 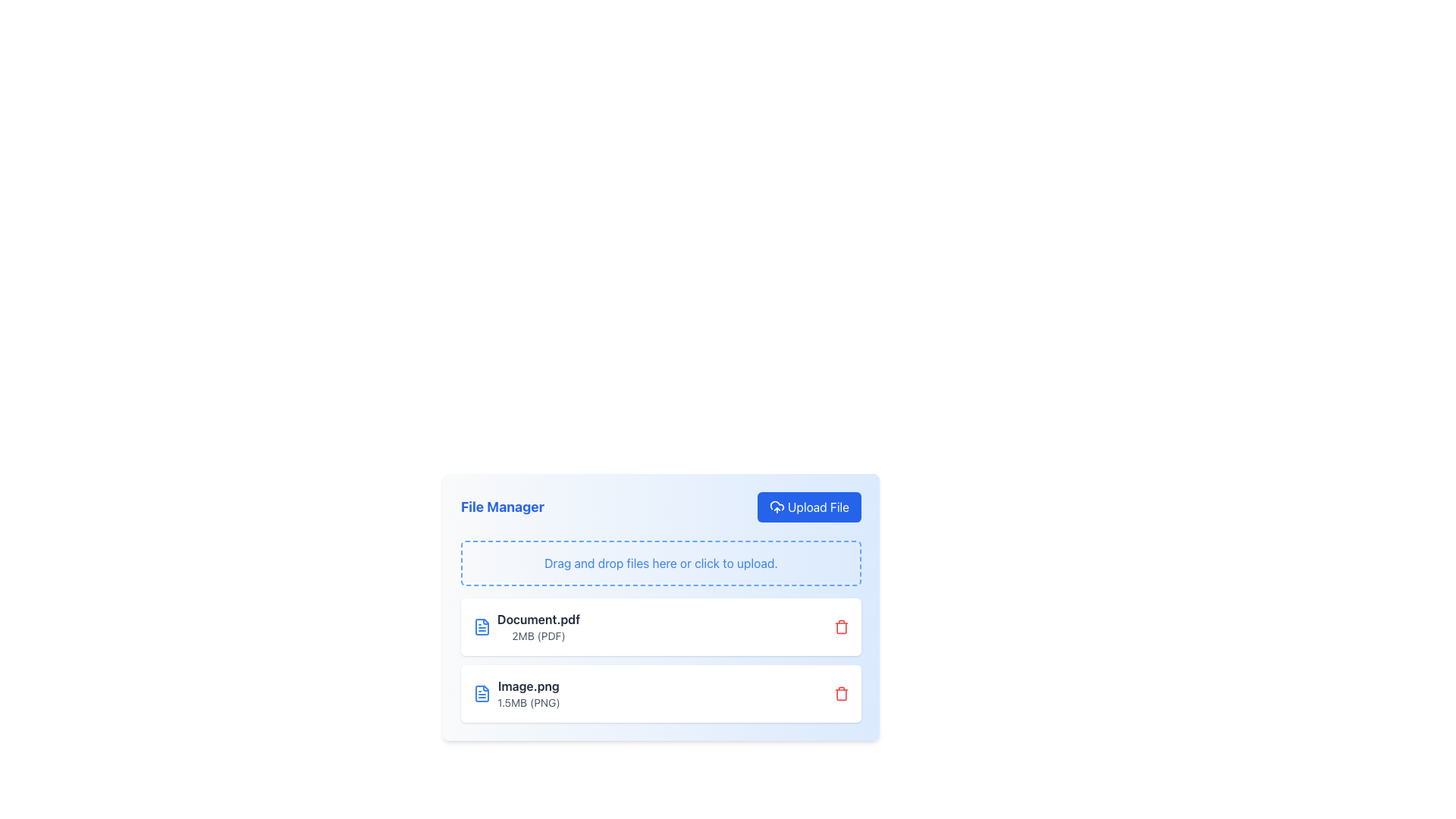 I want to click on the Dropzone for file upload, which is a rectangular area with dashed borders and centered text reading 'Drag and drop files here or click to upload.', so click(x=661, y=563).